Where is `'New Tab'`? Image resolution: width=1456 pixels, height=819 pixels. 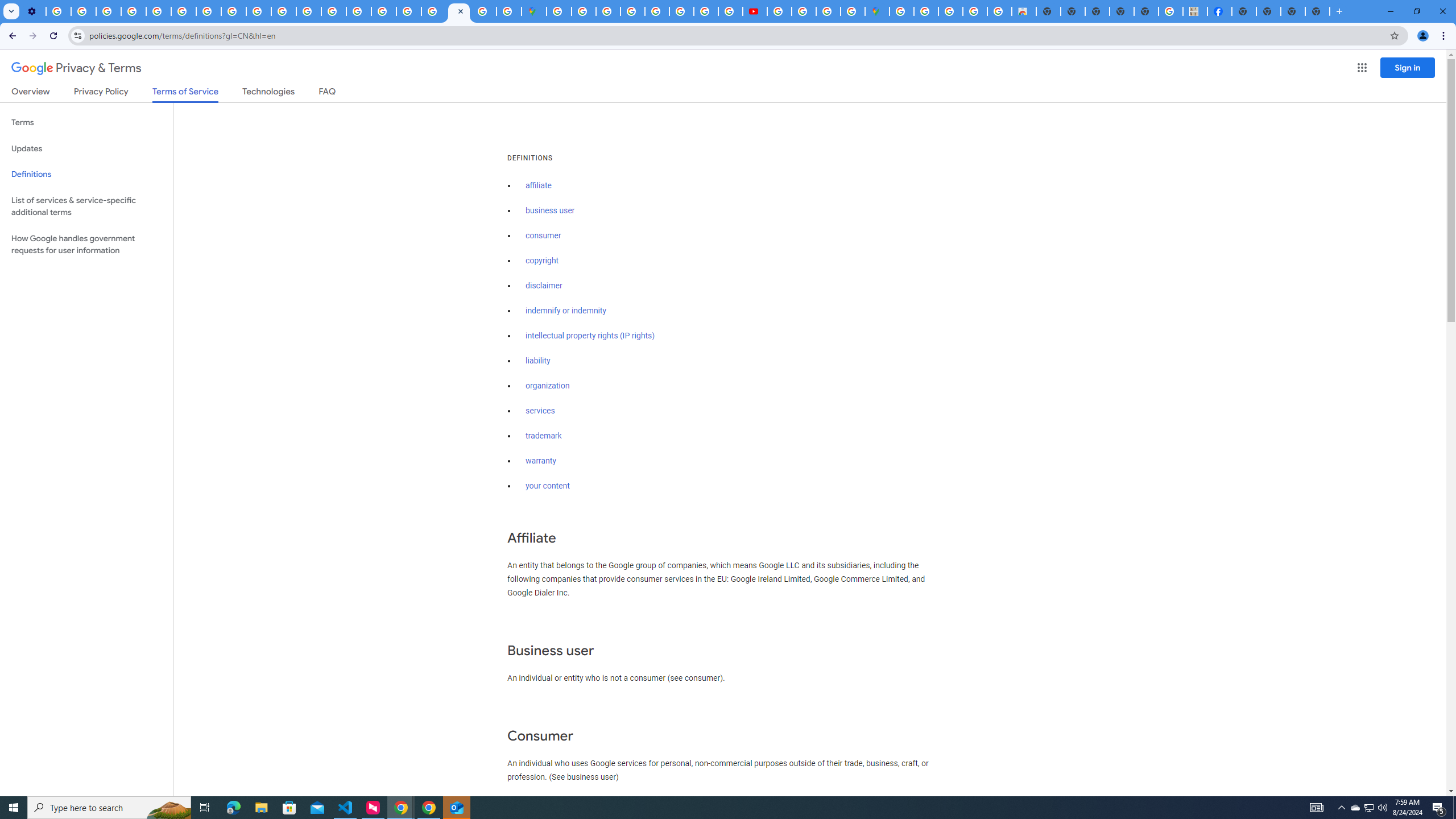 'New Tab' is located at coordinates (1243, 11).